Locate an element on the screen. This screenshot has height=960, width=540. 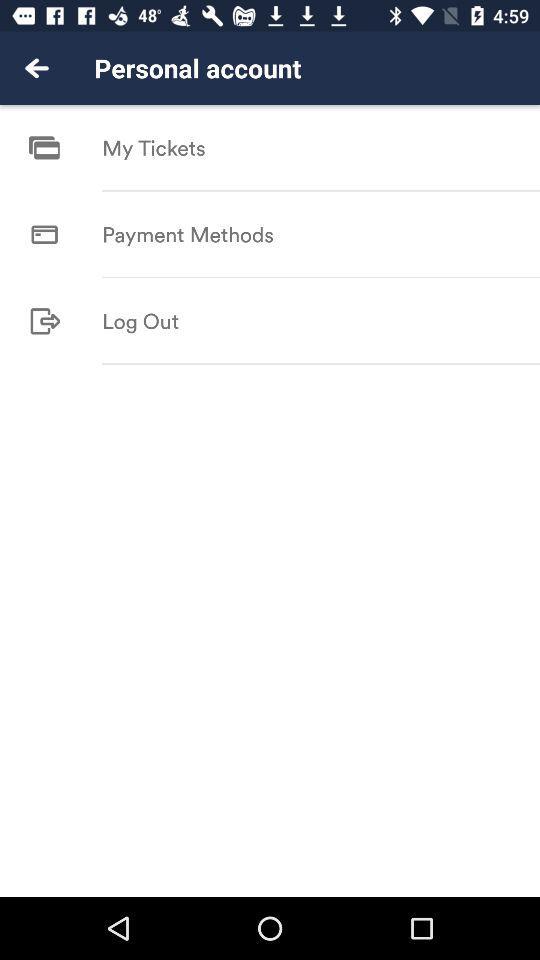
the payment methods icon is located at coordinates (188, 234).